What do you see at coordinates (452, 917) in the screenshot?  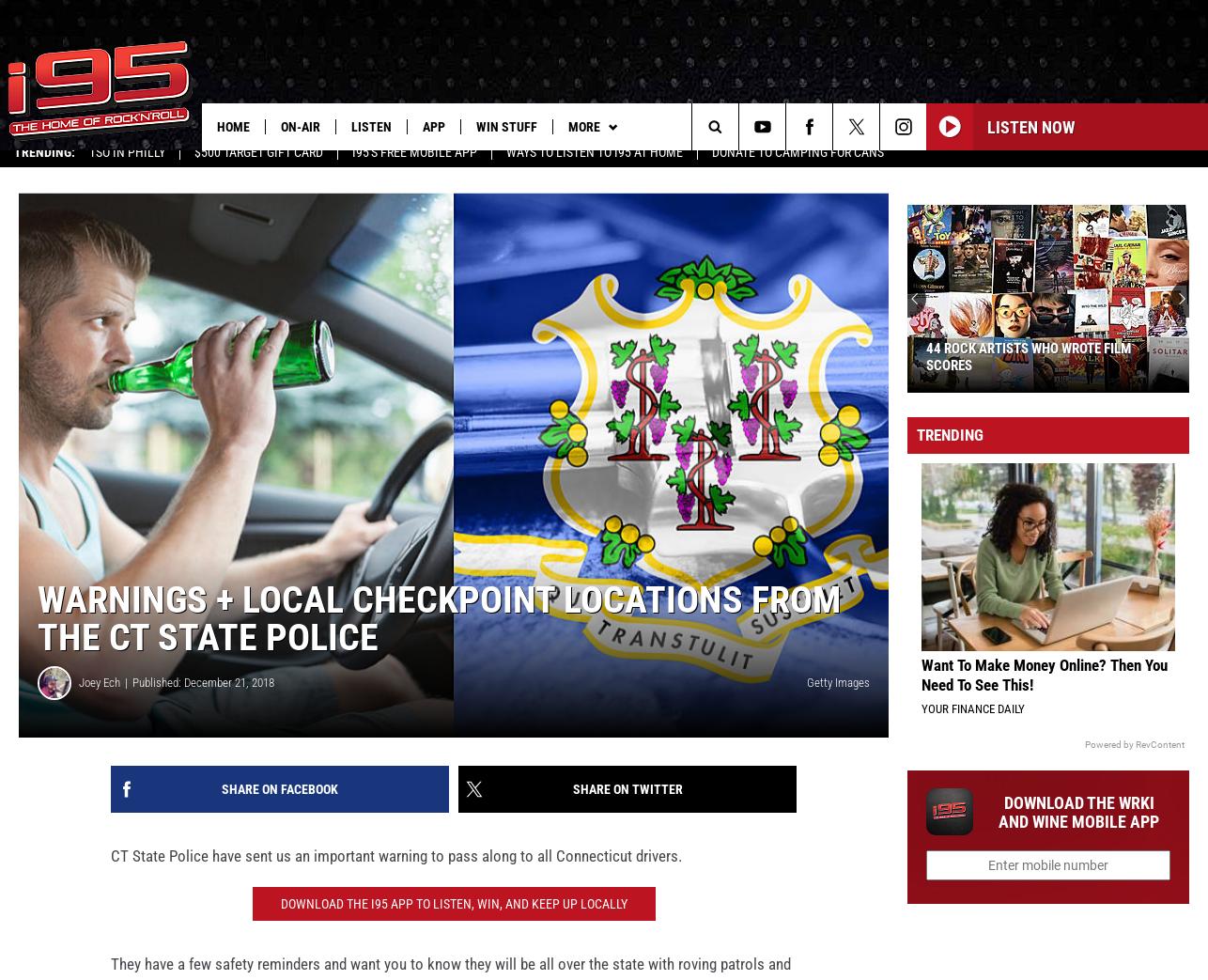 I see `'Download the i95 App to Listen, Win, and Keep Up Locally'` at bounding box center [452, 917].